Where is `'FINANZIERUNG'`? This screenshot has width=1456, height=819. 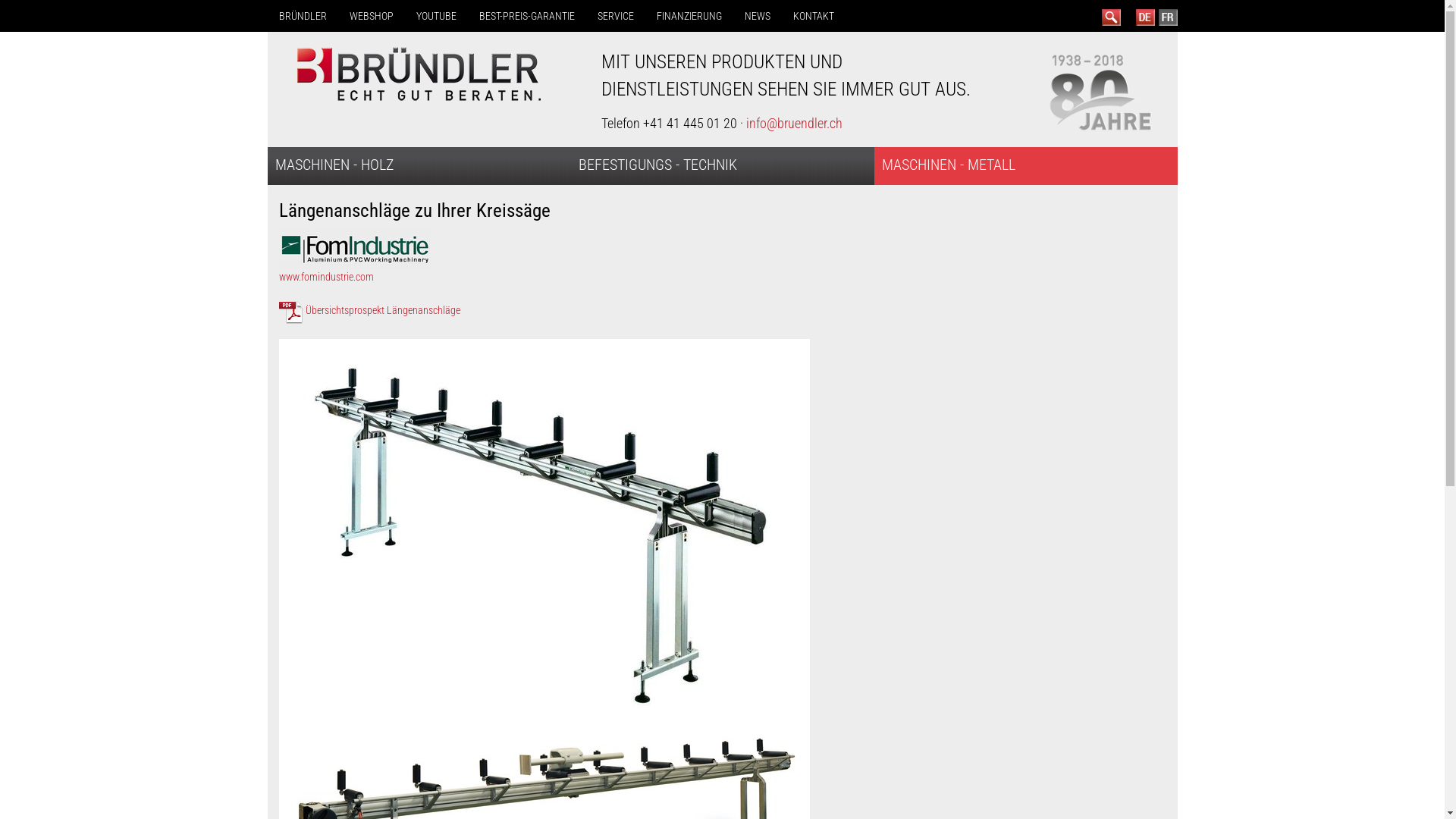 'FINANZIERUNG' is located at coordinates (644, 15).